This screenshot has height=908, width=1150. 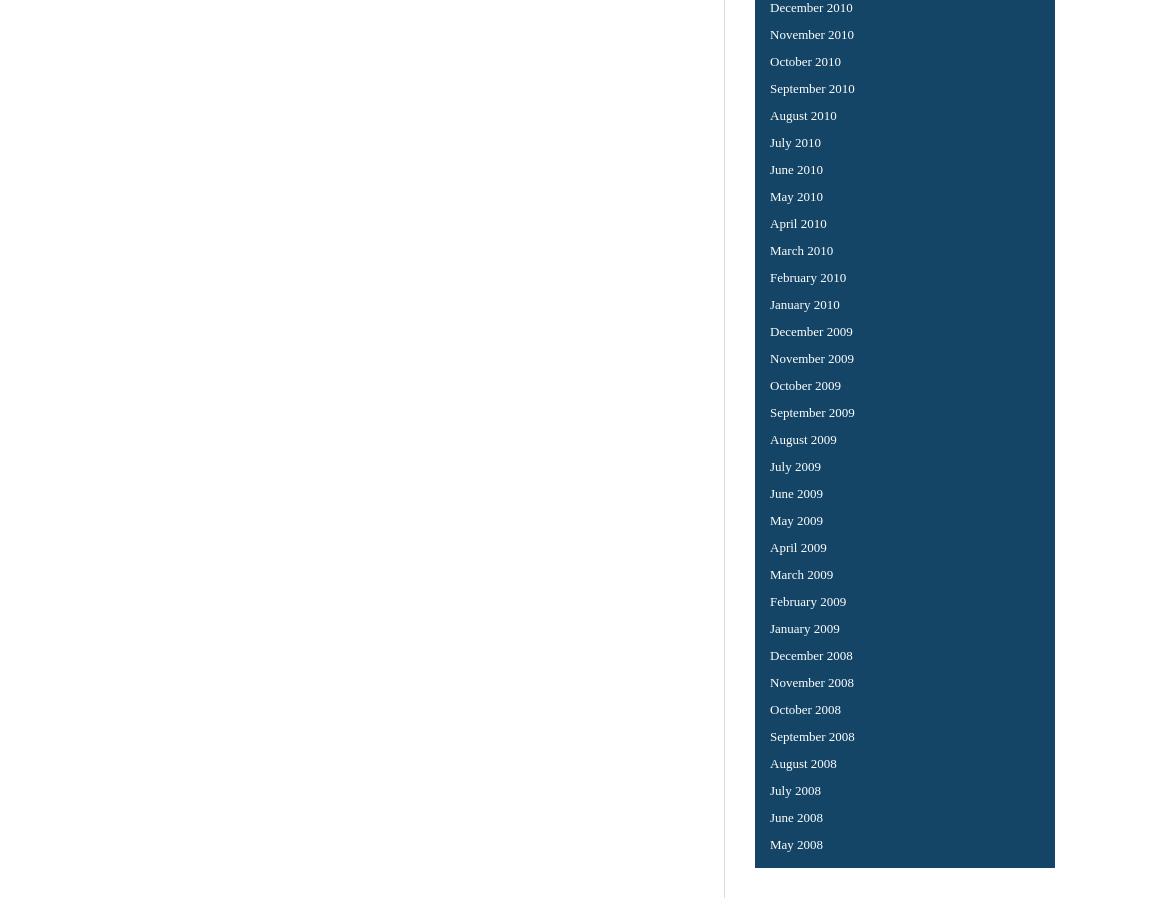 I want to click on 'May 2010', so click(x=795, y=195).